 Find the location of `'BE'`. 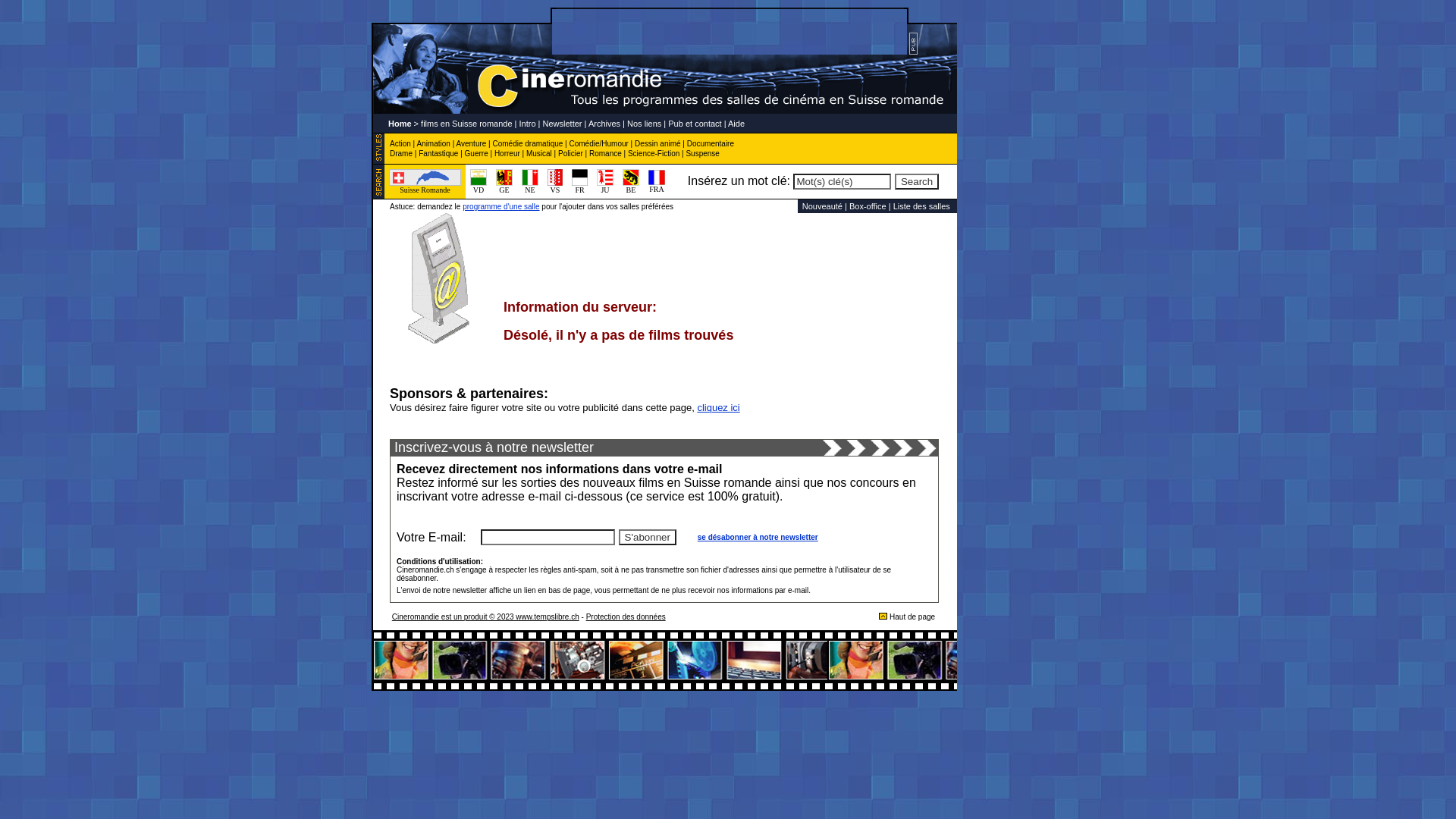

'BE' is located at coordinates (630, 186).